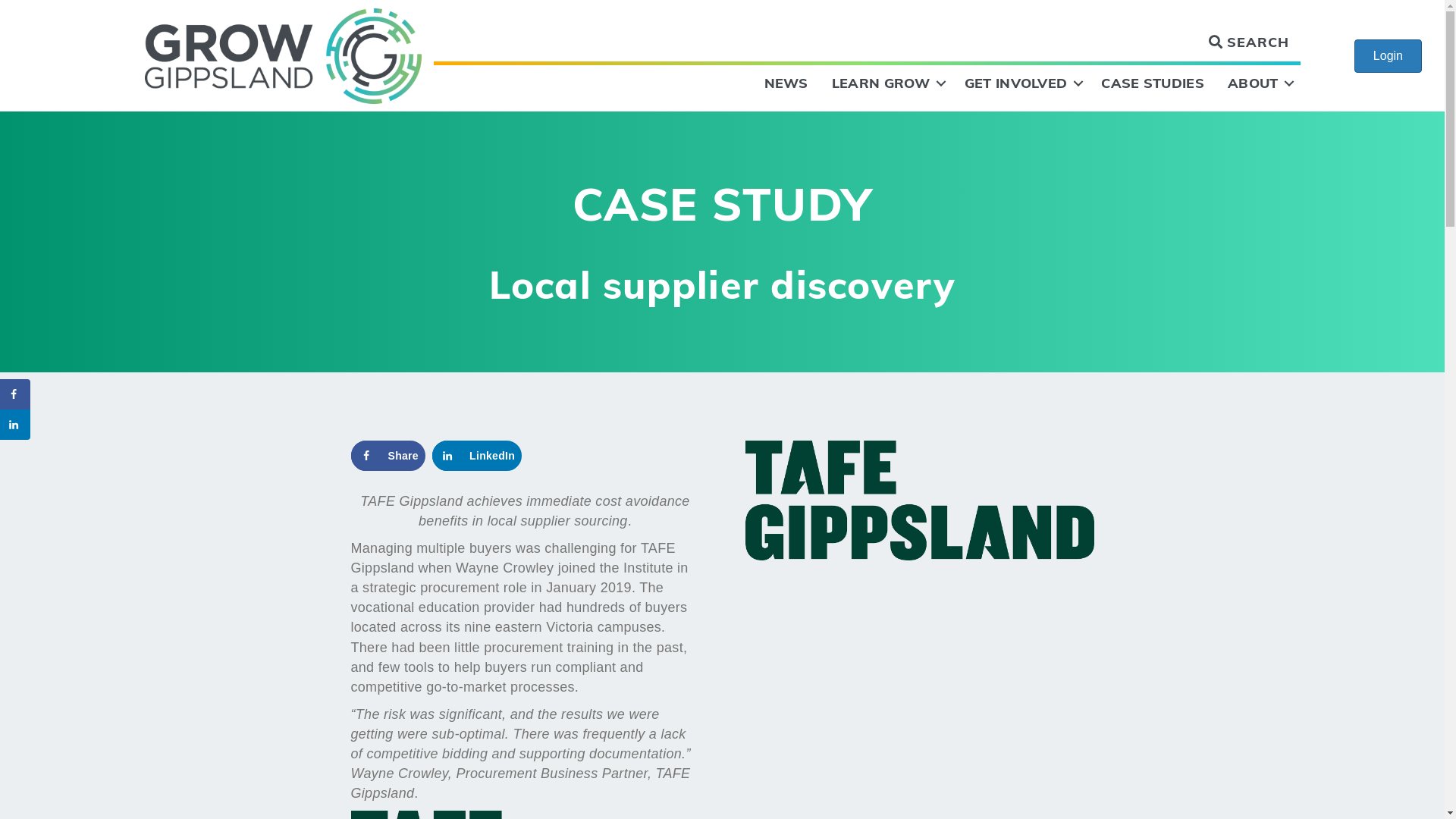  What do you see at coordinates (918, 500) in the screenshot?
I see `'TAFE-Gippsland-Logo'` at bounding box center [918, 500].